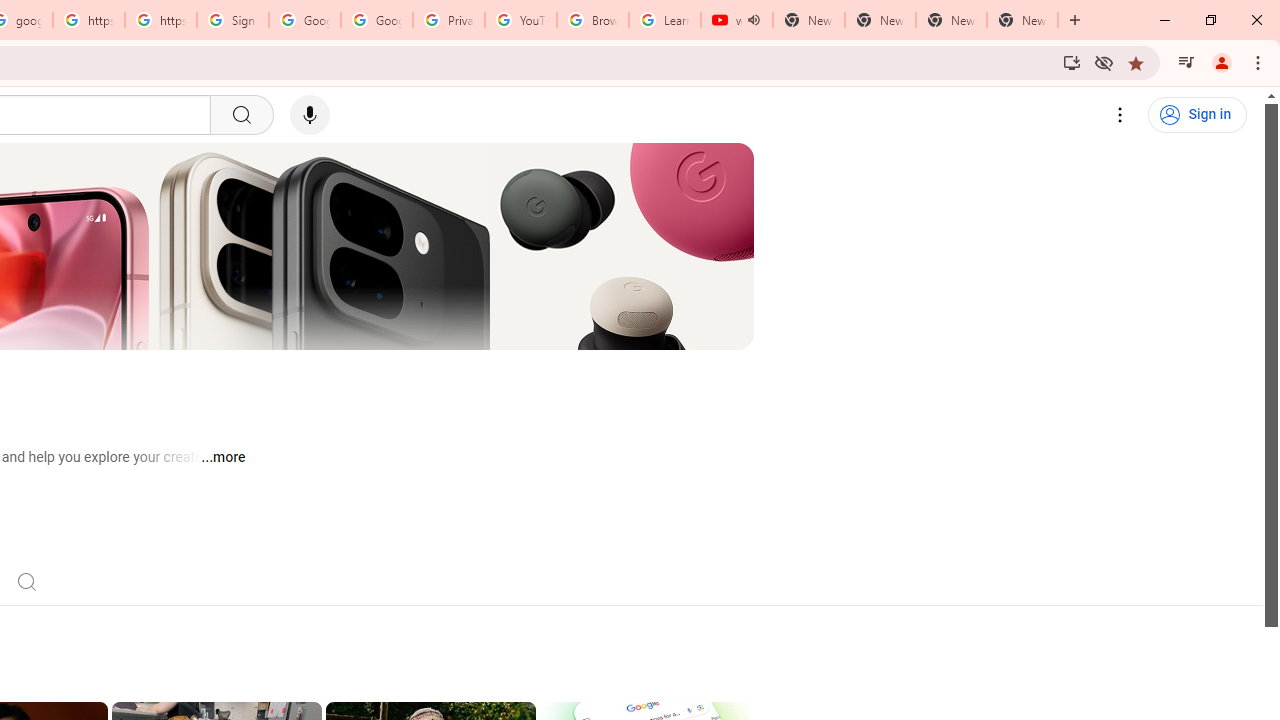  Describe the element at coordinates (1120, 115) in the screenshot. I see `'Settings'` at that location.